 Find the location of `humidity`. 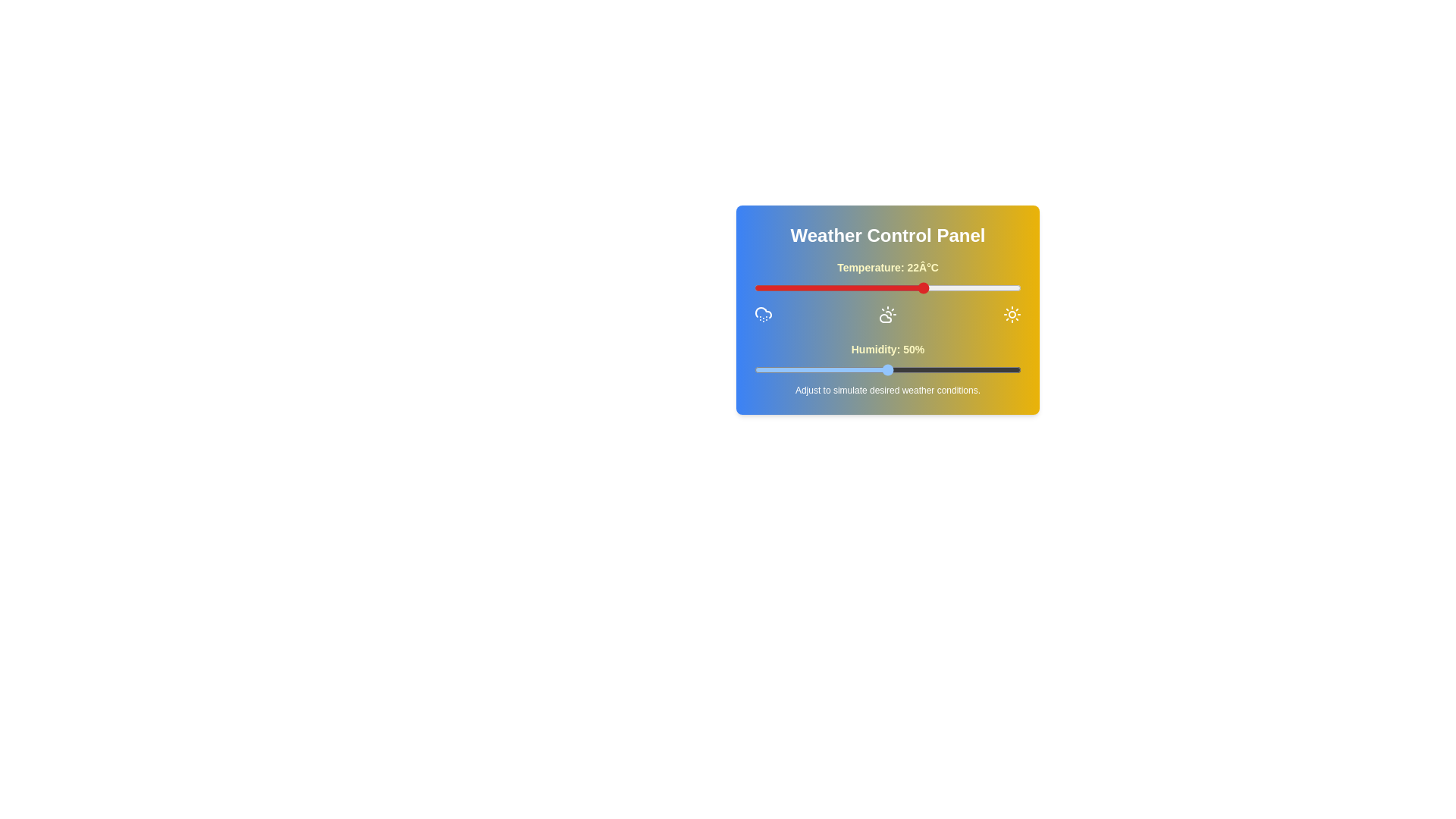

humidity is located at coordinates (874, 370).